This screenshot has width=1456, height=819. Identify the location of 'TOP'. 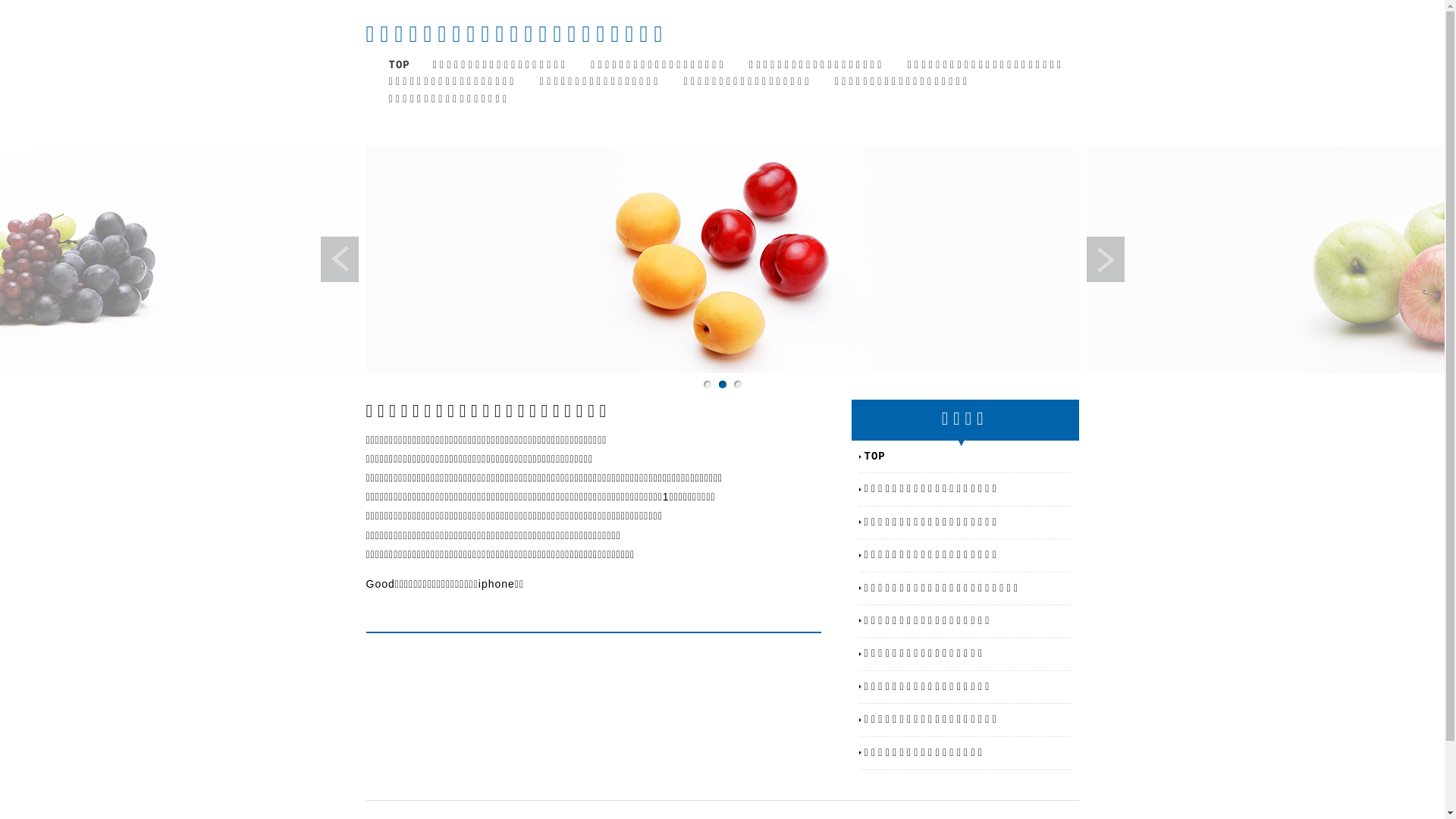
(864, 455).